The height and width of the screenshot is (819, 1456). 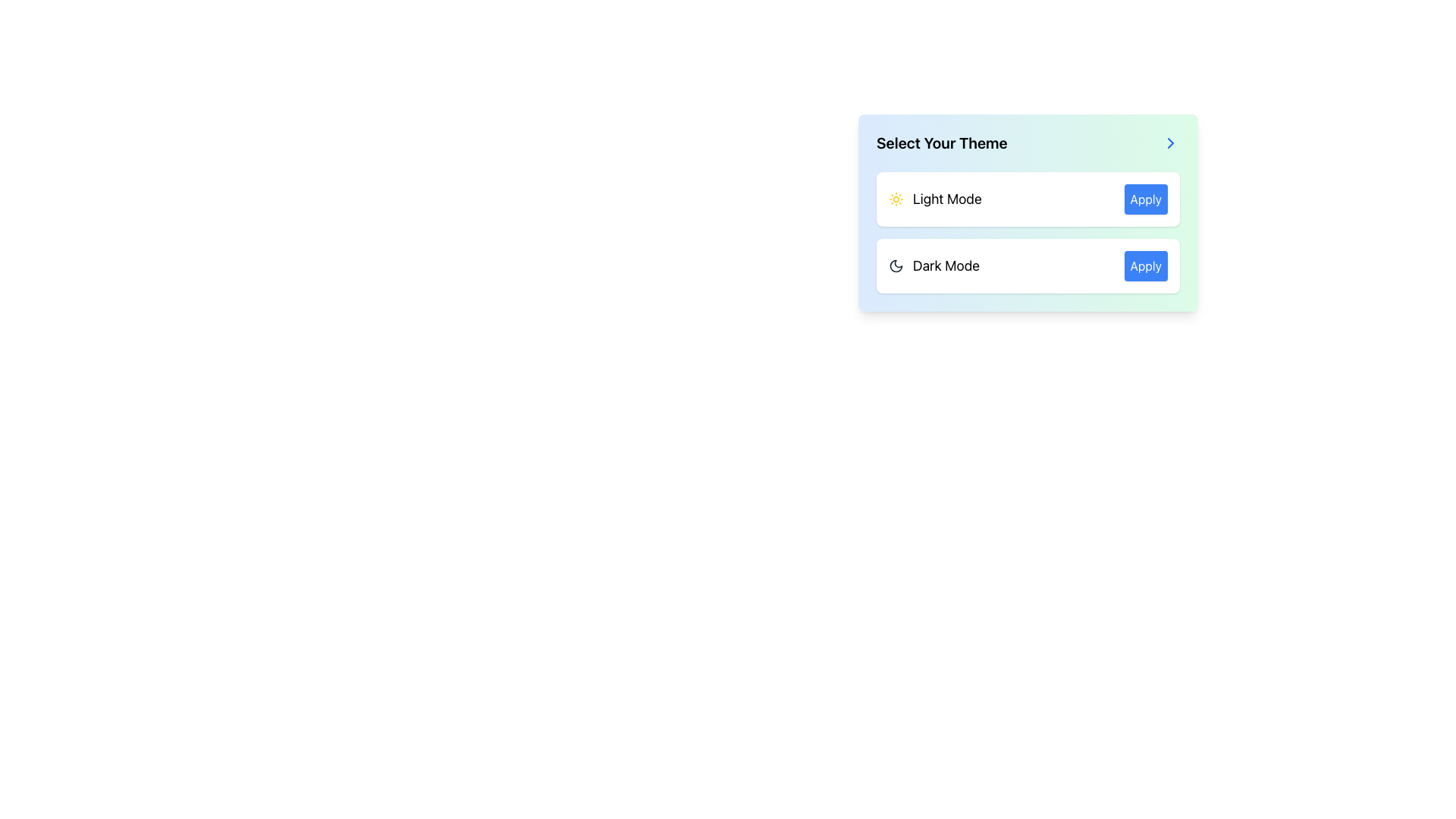 What do you see at coordinates (1170, 143) in the screenshot?
I see `the icon button located at the far-right end of the header section titled 'Select Your Theme'` at bounding box center [1170, 143].